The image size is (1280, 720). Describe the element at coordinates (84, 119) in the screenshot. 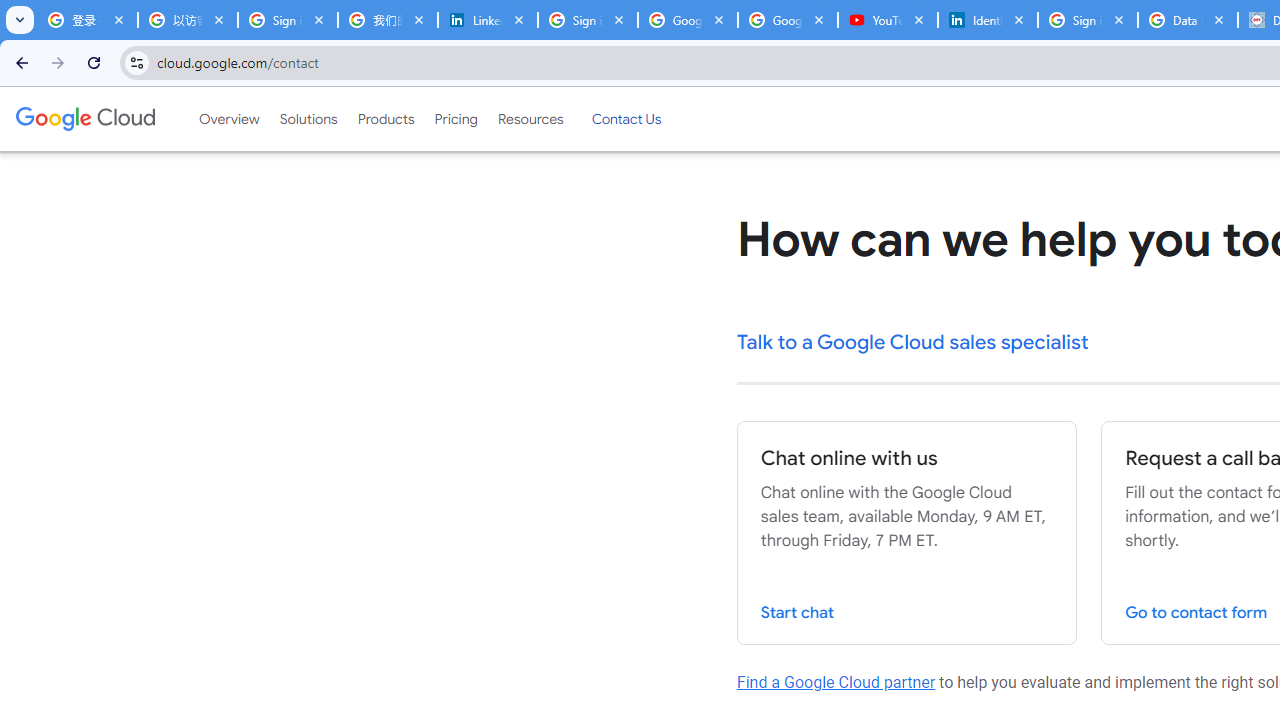

I see `'Google Cloud'` at that location.